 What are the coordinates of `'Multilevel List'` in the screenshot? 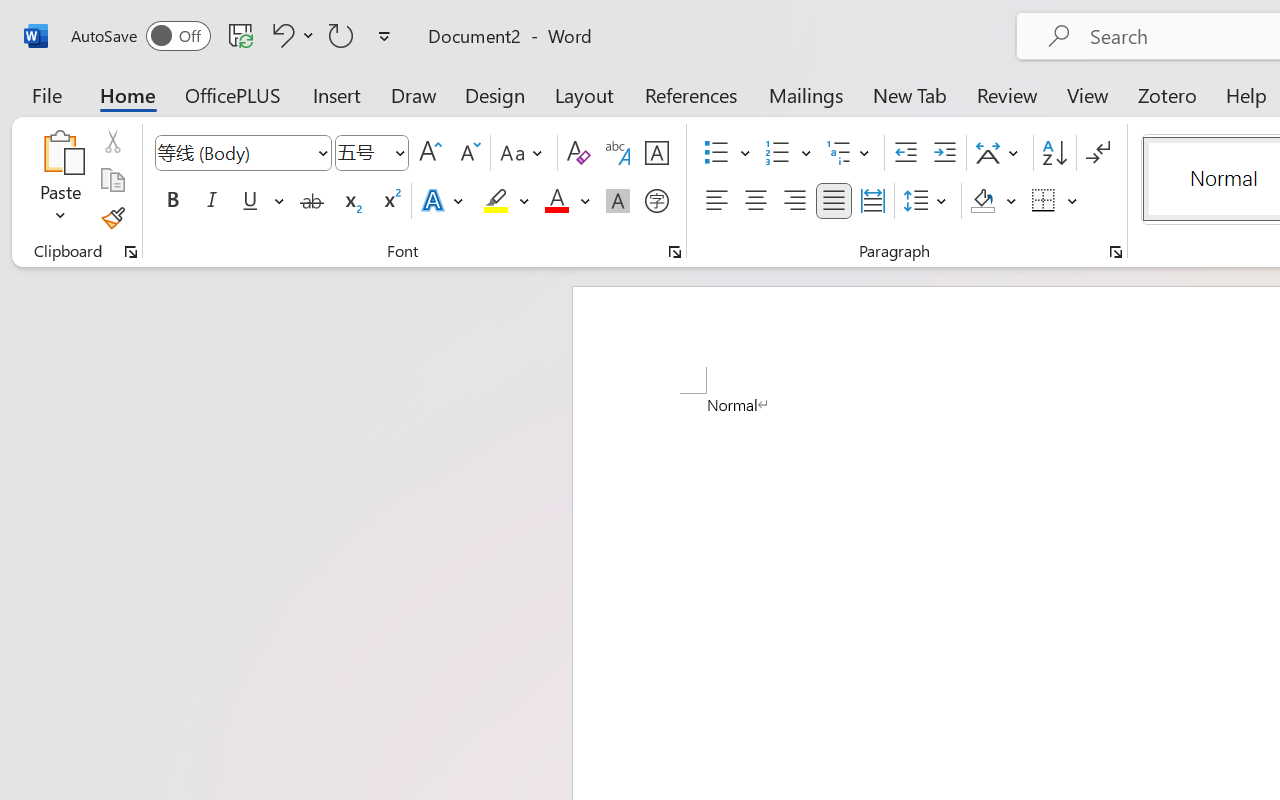 It's located at (850, 153).